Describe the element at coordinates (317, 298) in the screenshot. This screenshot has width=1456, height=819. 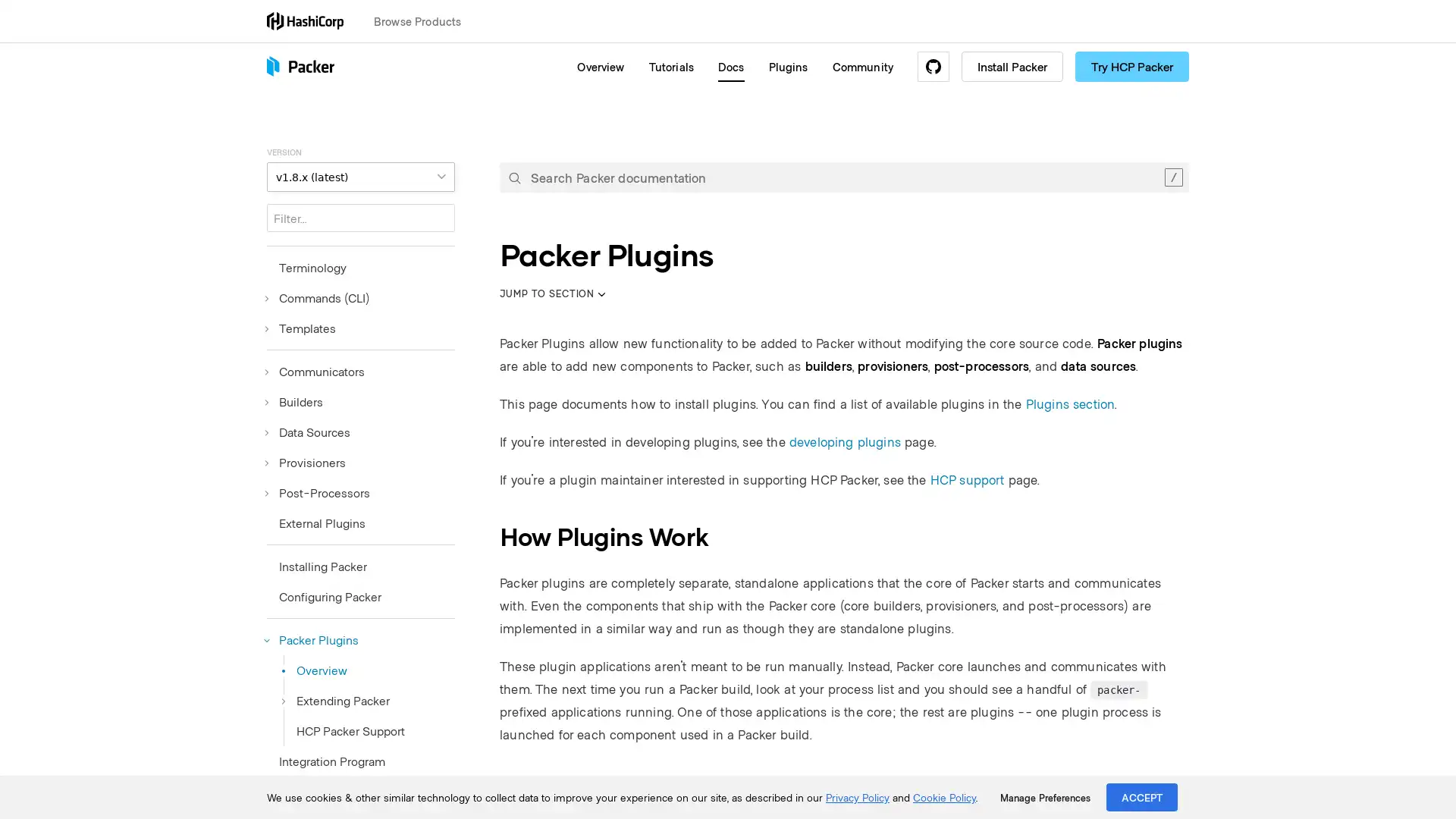
I see `Commands (CLI)` at that location.